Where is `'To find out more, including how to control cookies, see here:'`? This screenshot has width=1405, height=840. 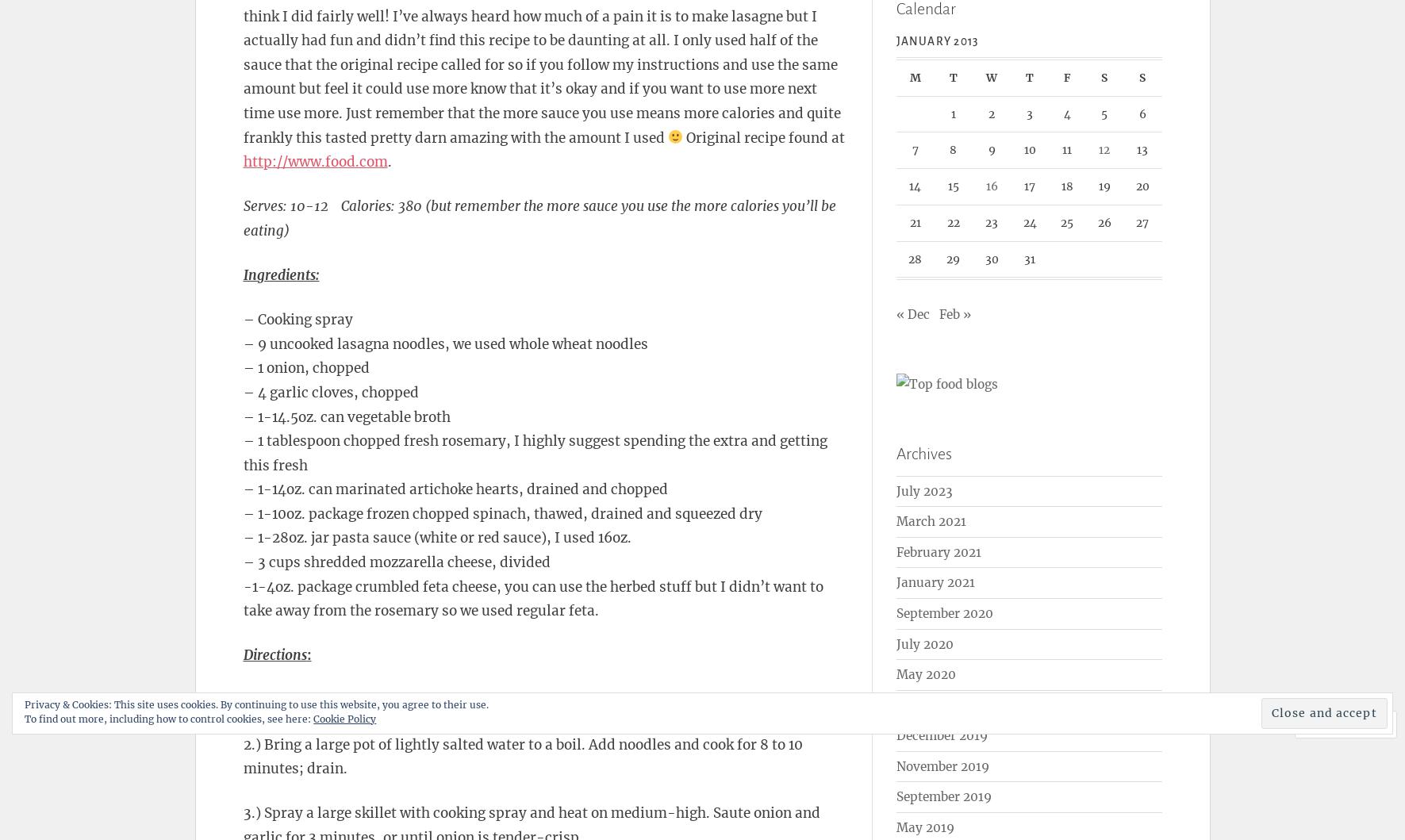
'To find out more, including how to control cookies, see here:' is located at coordinates (23, 718).